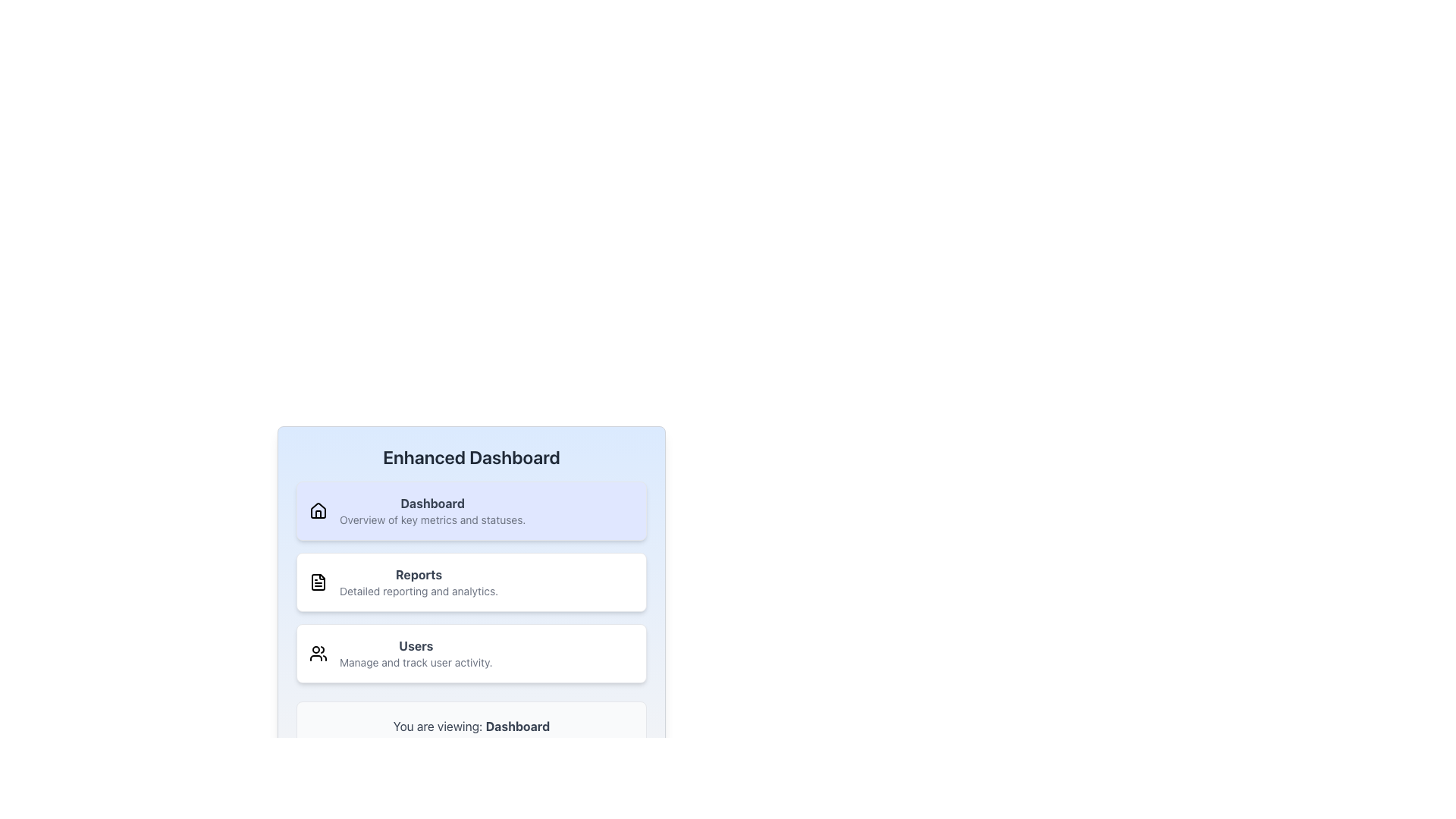 The height and width of the screenshot is (819, 1456). What do you see at coordinates (415, 652) in the screenshot?
I see `the 'Users' functionality card, which is a descriptive section for user-related management located in a vertical list layout between the 'Reports' card and the footer text` at bounding box center [415, 652].